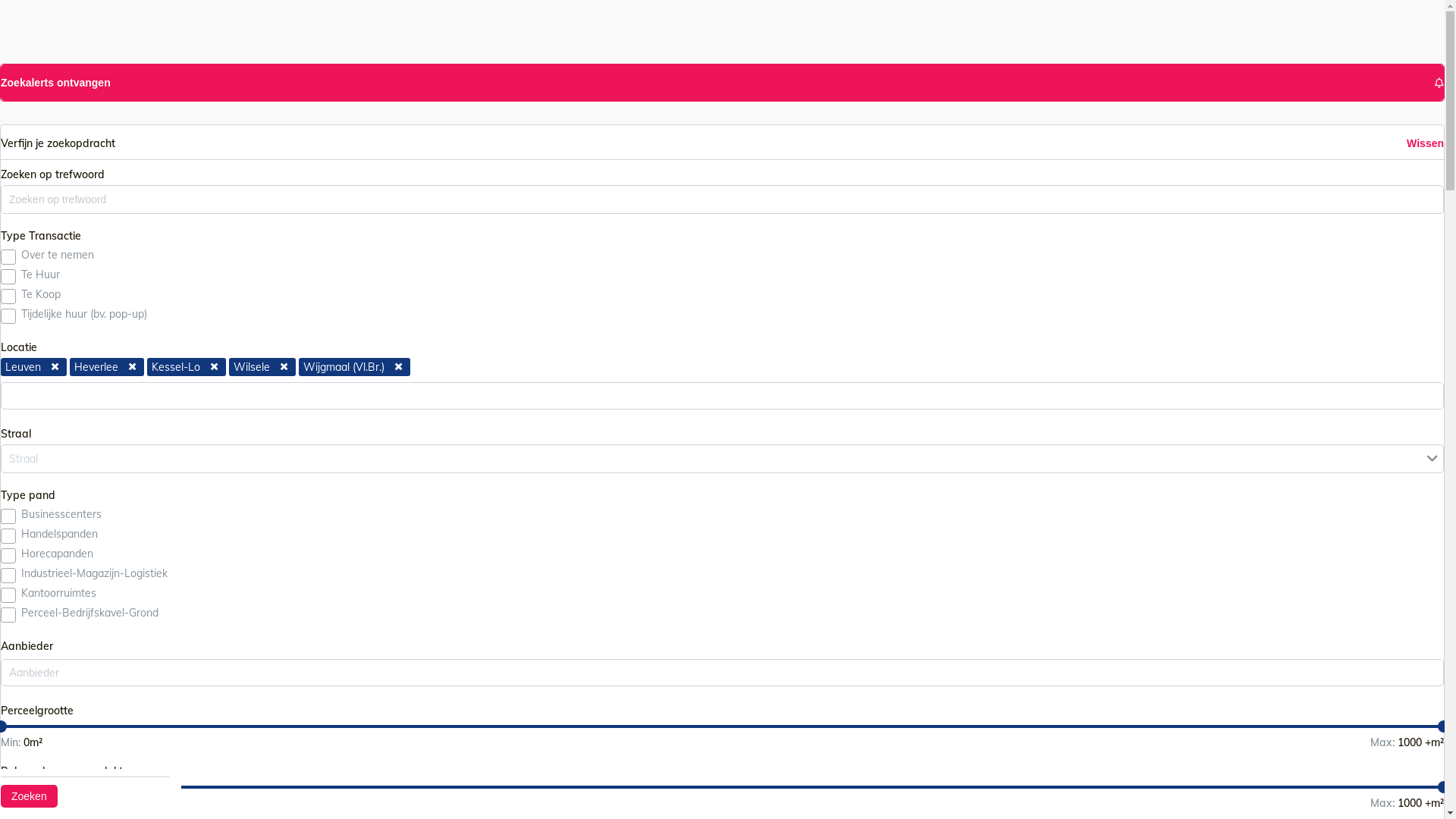 Image resolution: width=1456 pixels, height=819 pixels. I want to click on 'Zoeken', so click(29, 795).